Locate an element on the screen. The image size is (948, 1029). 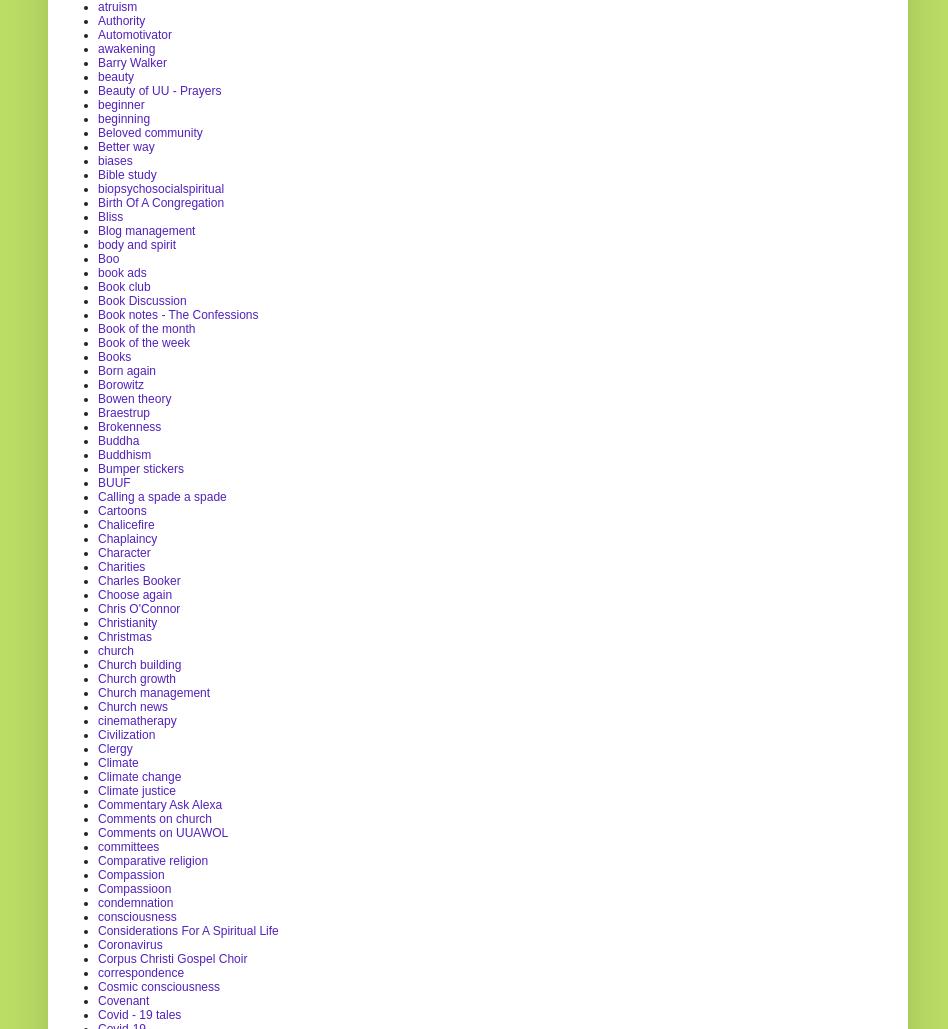
'Comparative religion' is located at coordinates (152, 859).